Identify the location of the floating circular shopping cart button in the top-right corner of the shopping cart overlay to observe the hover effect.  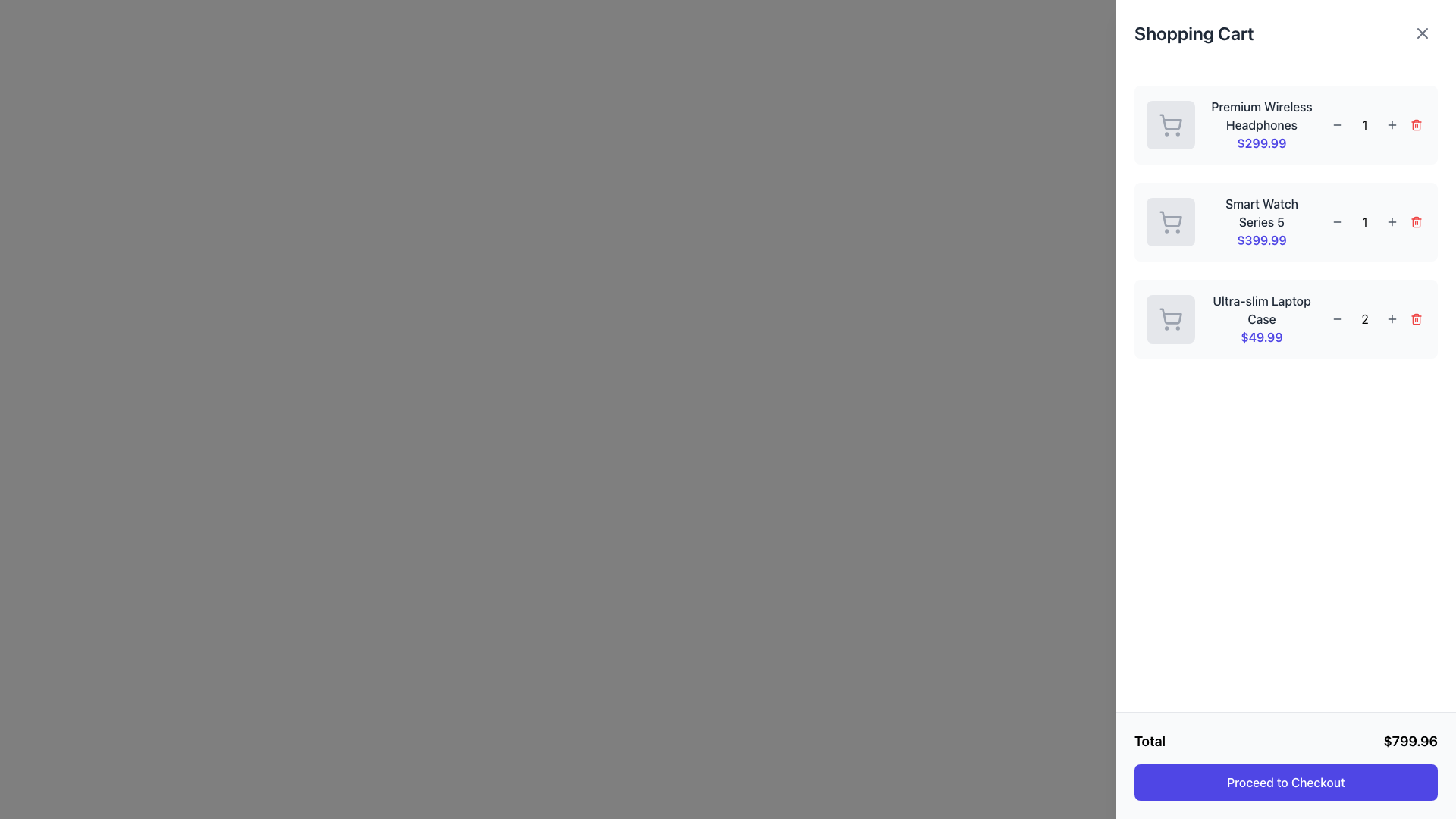
(1427, 27).